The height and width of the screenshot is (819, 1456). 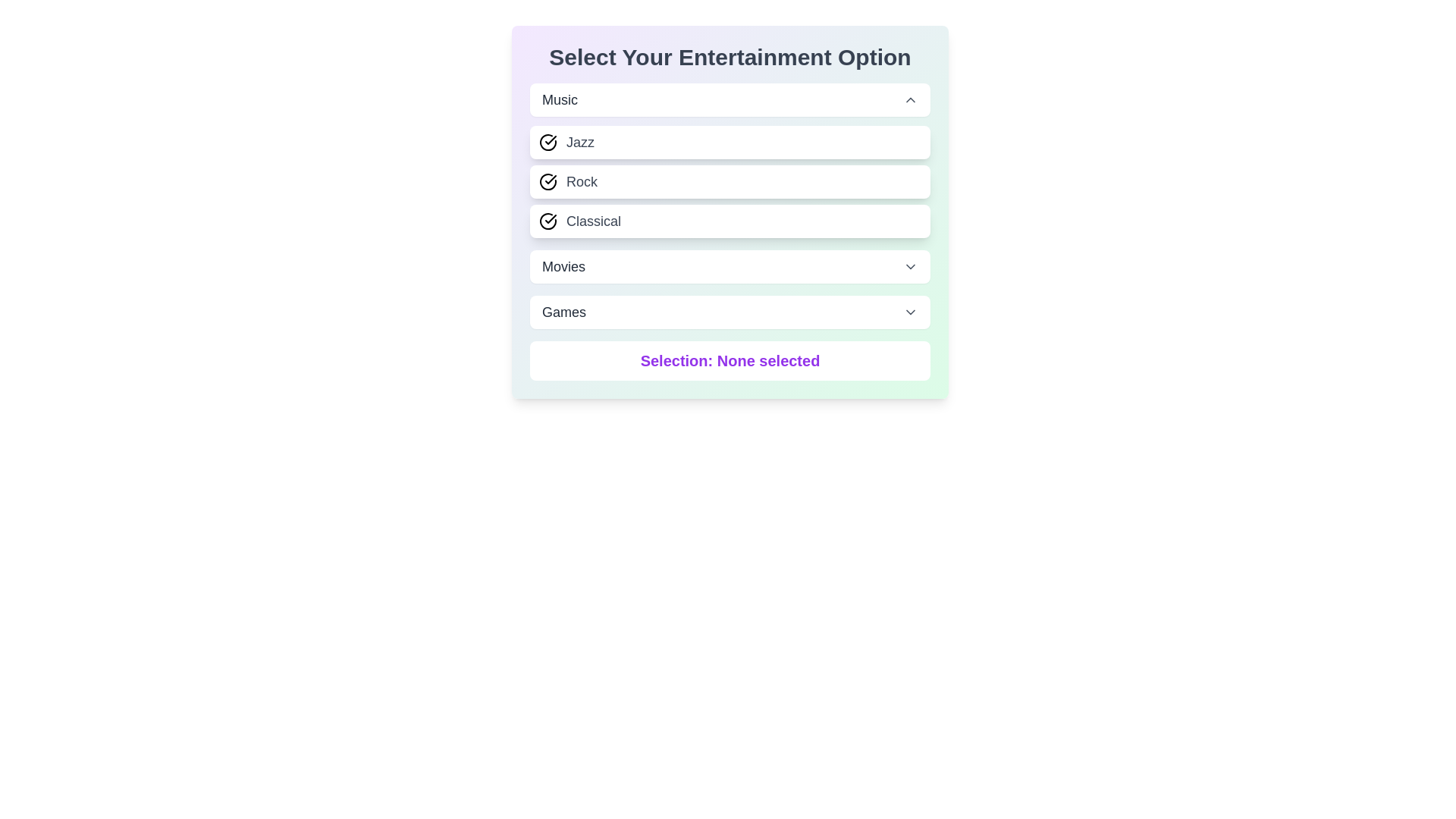 What do you see at coordinates (730, 265) in the screenshot?
I see `the 'Movies' dropdown menu trigger button, which is a rectangular button with a white background, light shadow, and rounded corners` at bounding box center [730, 265].